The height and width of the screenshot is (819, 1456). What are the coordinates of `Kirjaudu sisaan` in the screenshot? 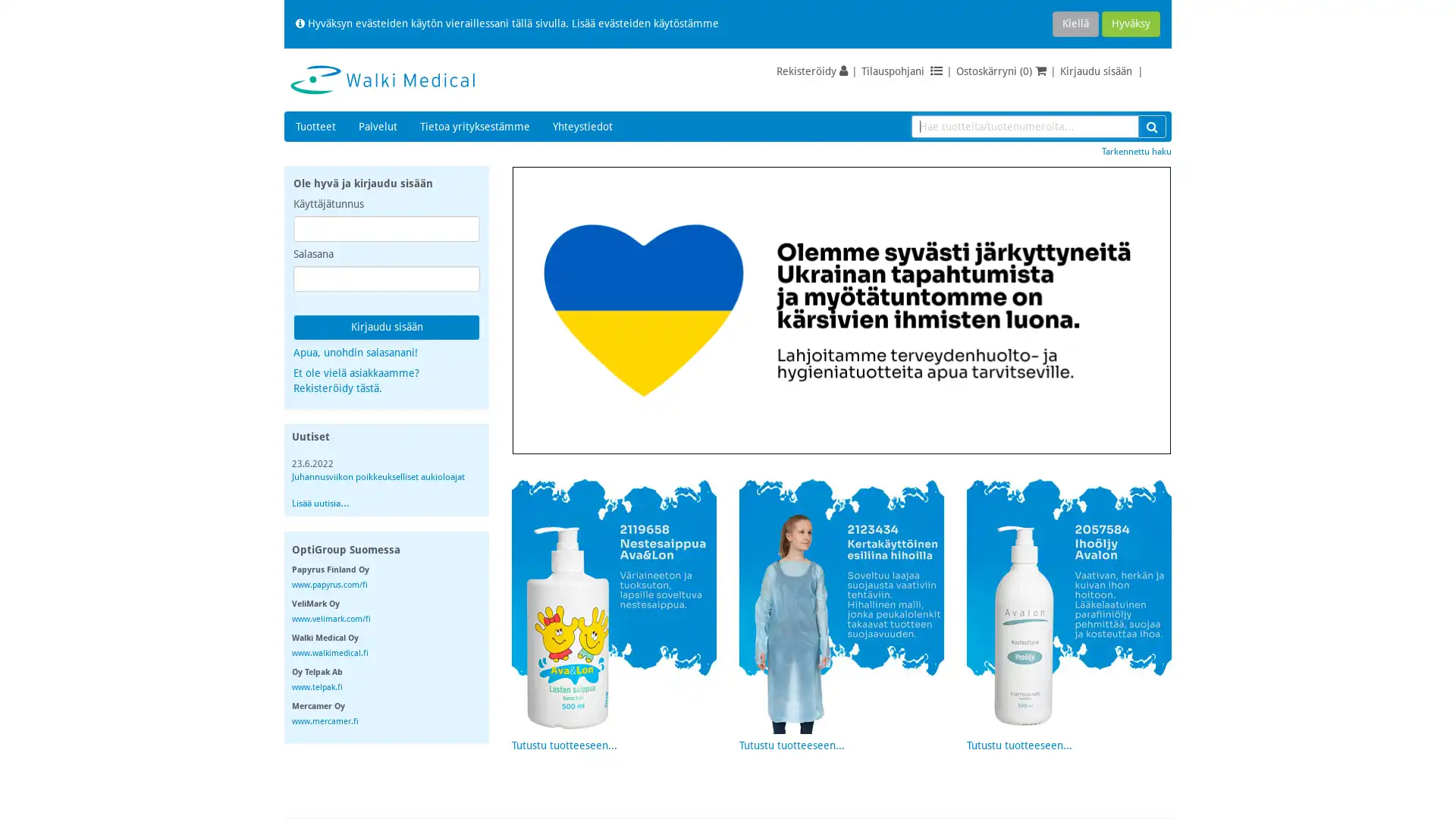 It's located at (386, 327).